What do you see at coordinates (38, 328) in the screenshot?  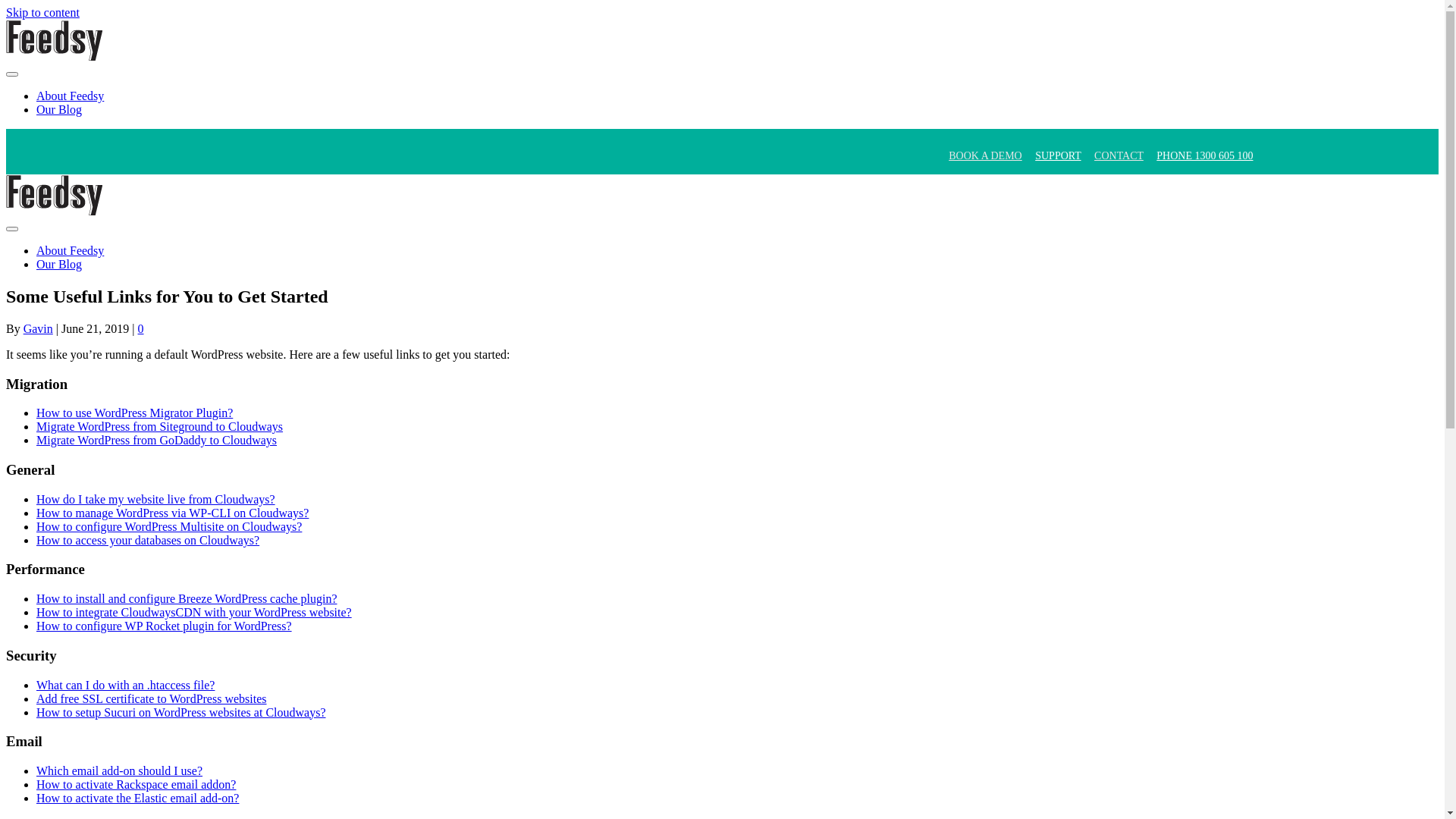 I see `'Gavin'` at bounding box center [38, 328].